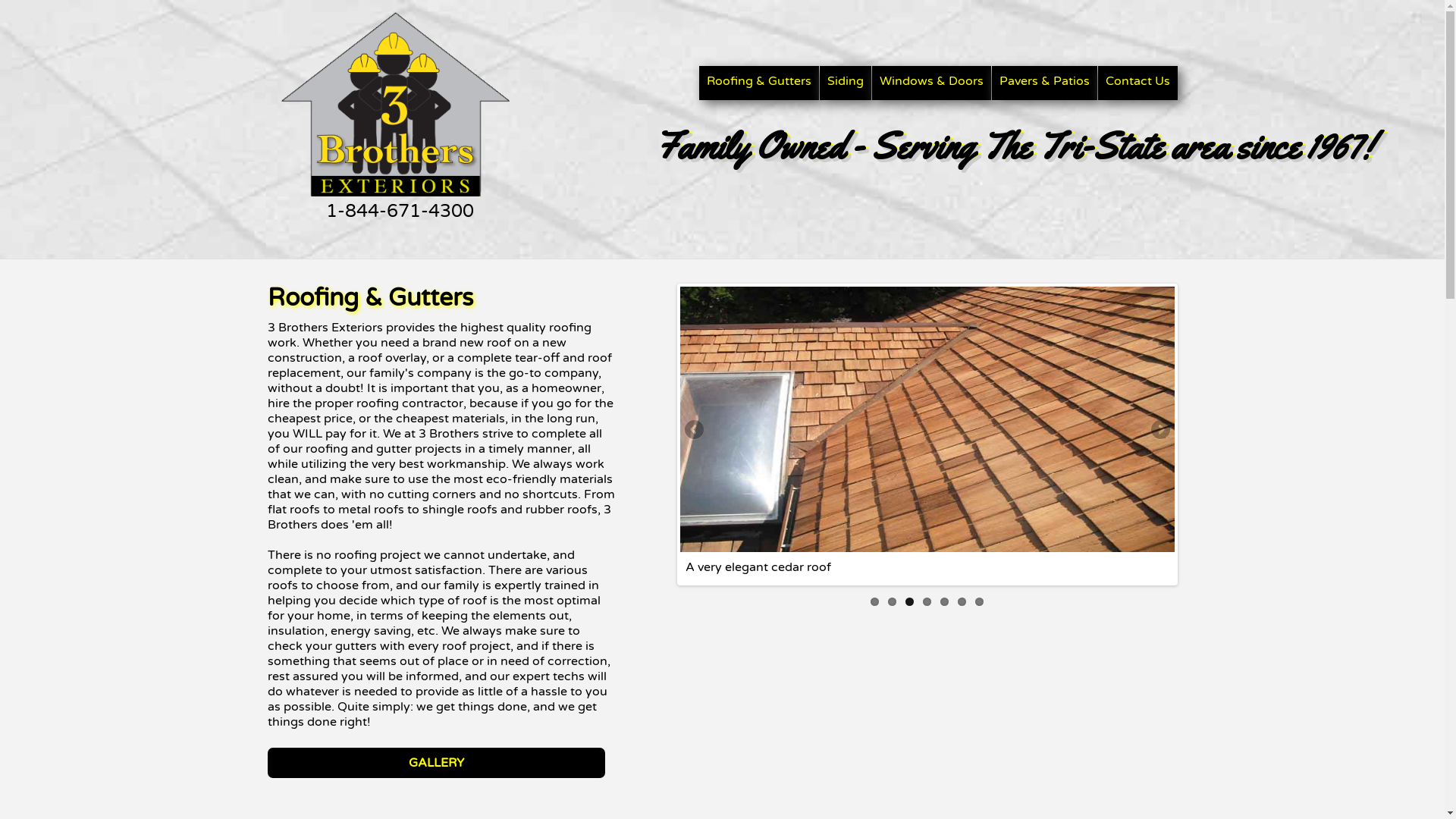 The image size is (1456, 819). What do you see at coordinates (892, 601) in the screenshot?
I see `'2'` at bounding box center [892, 601].